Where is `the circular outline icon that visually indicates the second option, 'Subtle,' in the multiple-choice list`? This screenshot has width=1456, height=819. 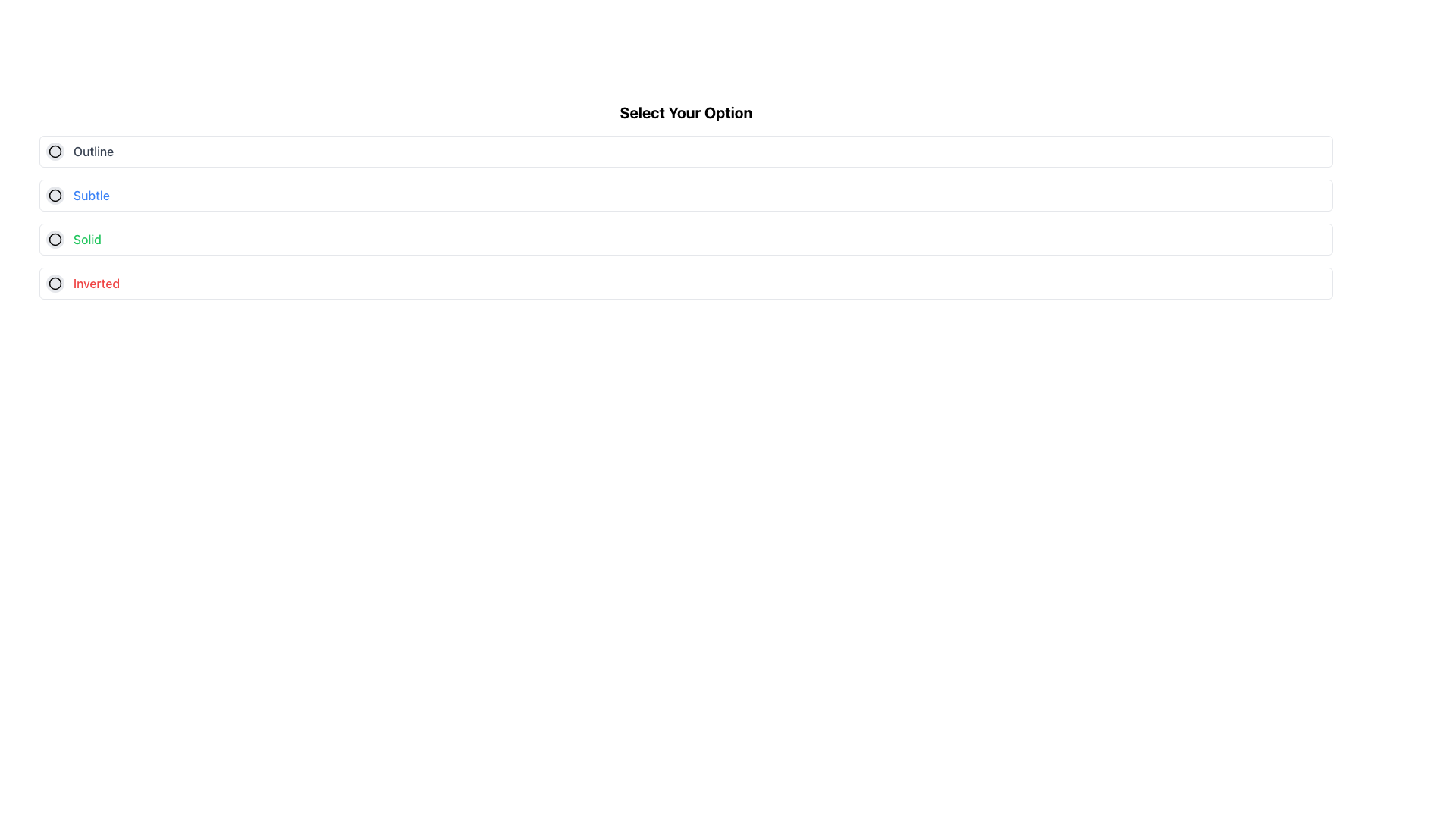
the circular outline icon that visually indicates the second option, 'Subtle,' in the multiple-choice list is located at coordinates (55, 195).